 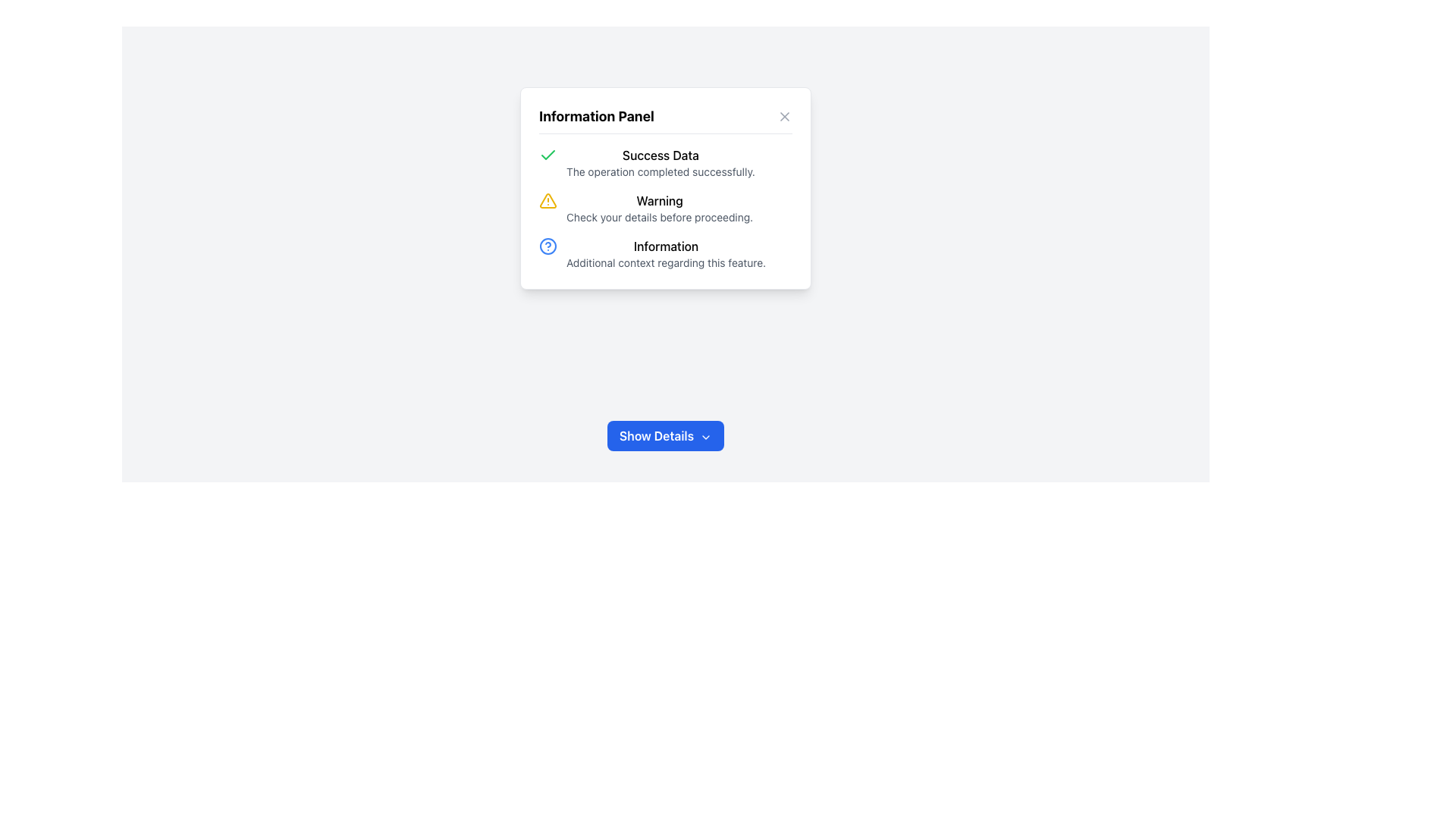 What do you see at coordinates (595, 116) in the screenshot?
I see `the static text label reading 'Information Panel', which is styled in bold and presented in a larger font size, located in the top-left section of a white rectangular panel` at bounding box center [595, 116].